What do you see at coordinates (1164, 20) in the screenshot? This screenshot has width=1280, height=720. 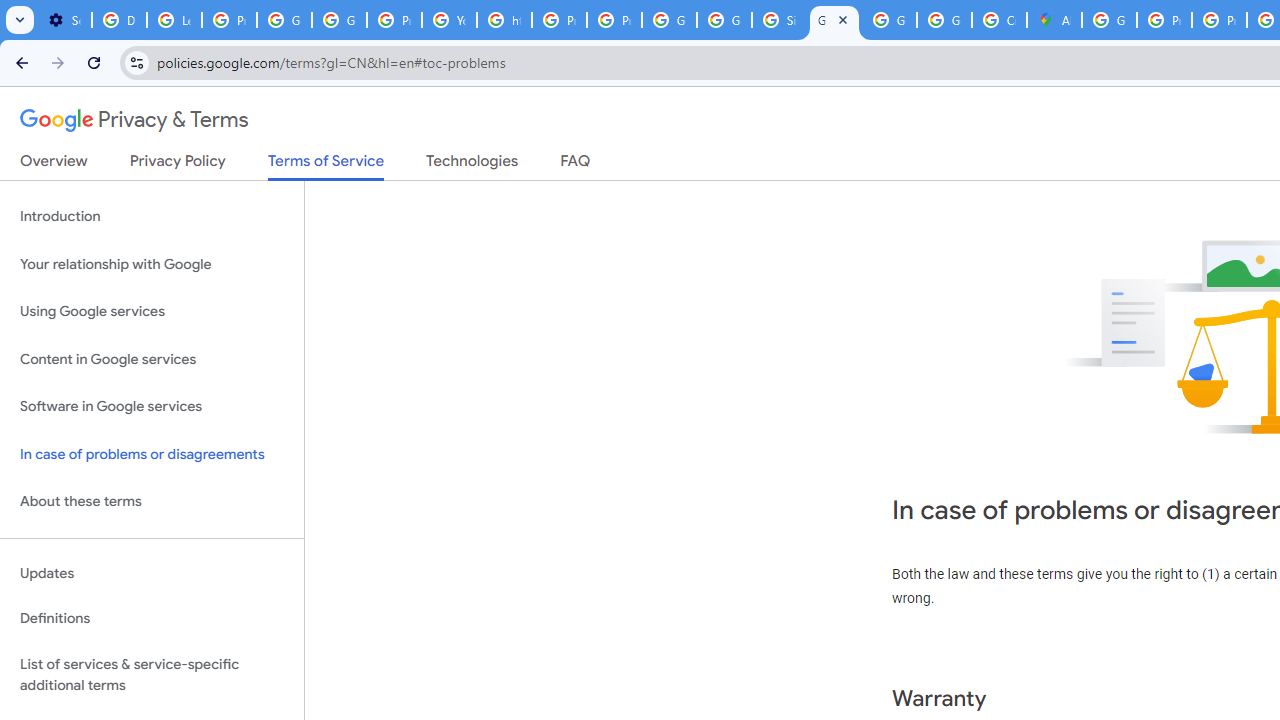 I see `'Privacy Help Center - Policies Help'` at bounding box center [1164, 20].